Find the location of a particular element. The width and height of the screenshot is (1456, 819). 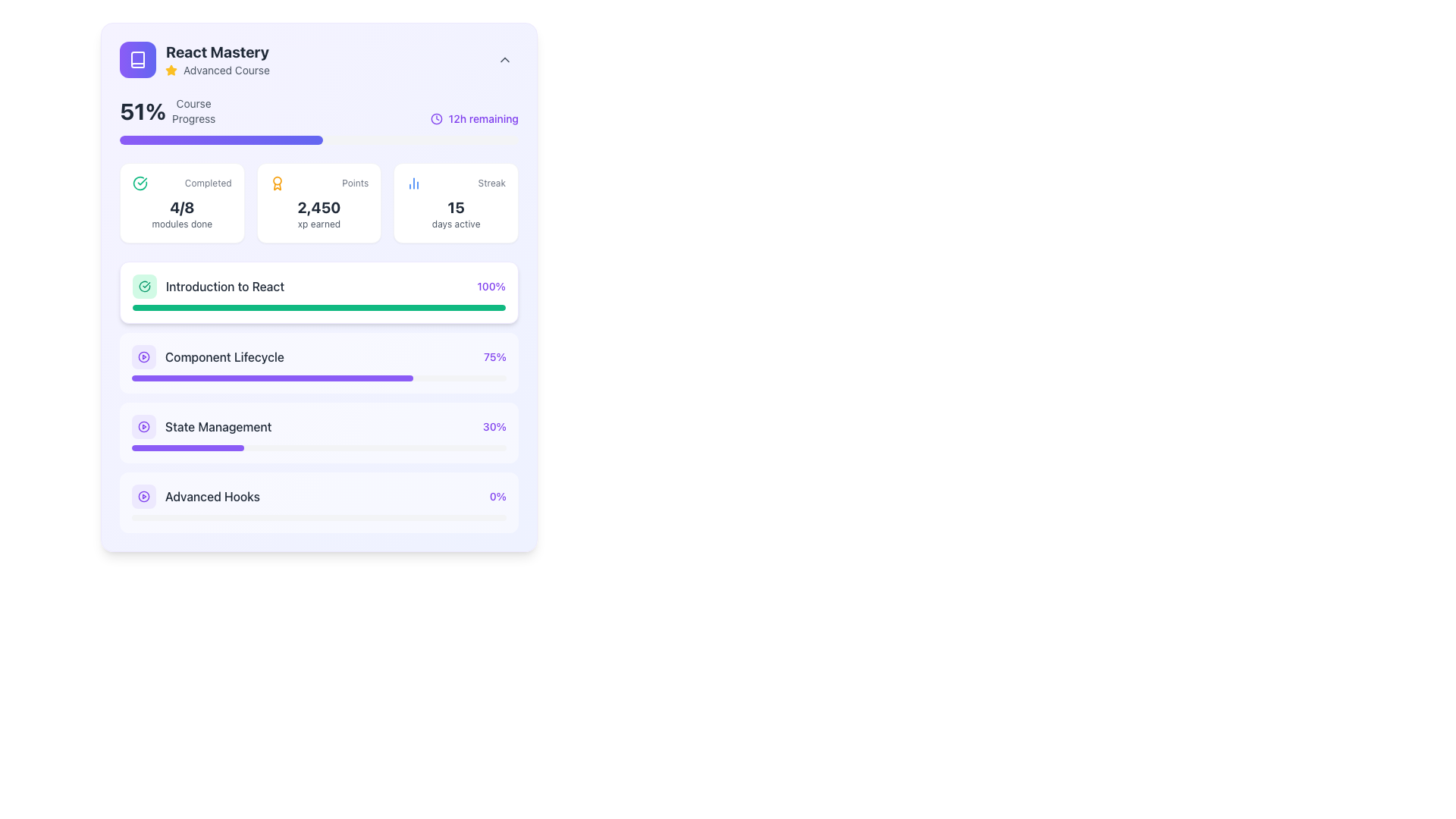

the decorative marker icon located to the left of the text 'Introduction to React' in the course modules list is located at coordinates (145, 287).